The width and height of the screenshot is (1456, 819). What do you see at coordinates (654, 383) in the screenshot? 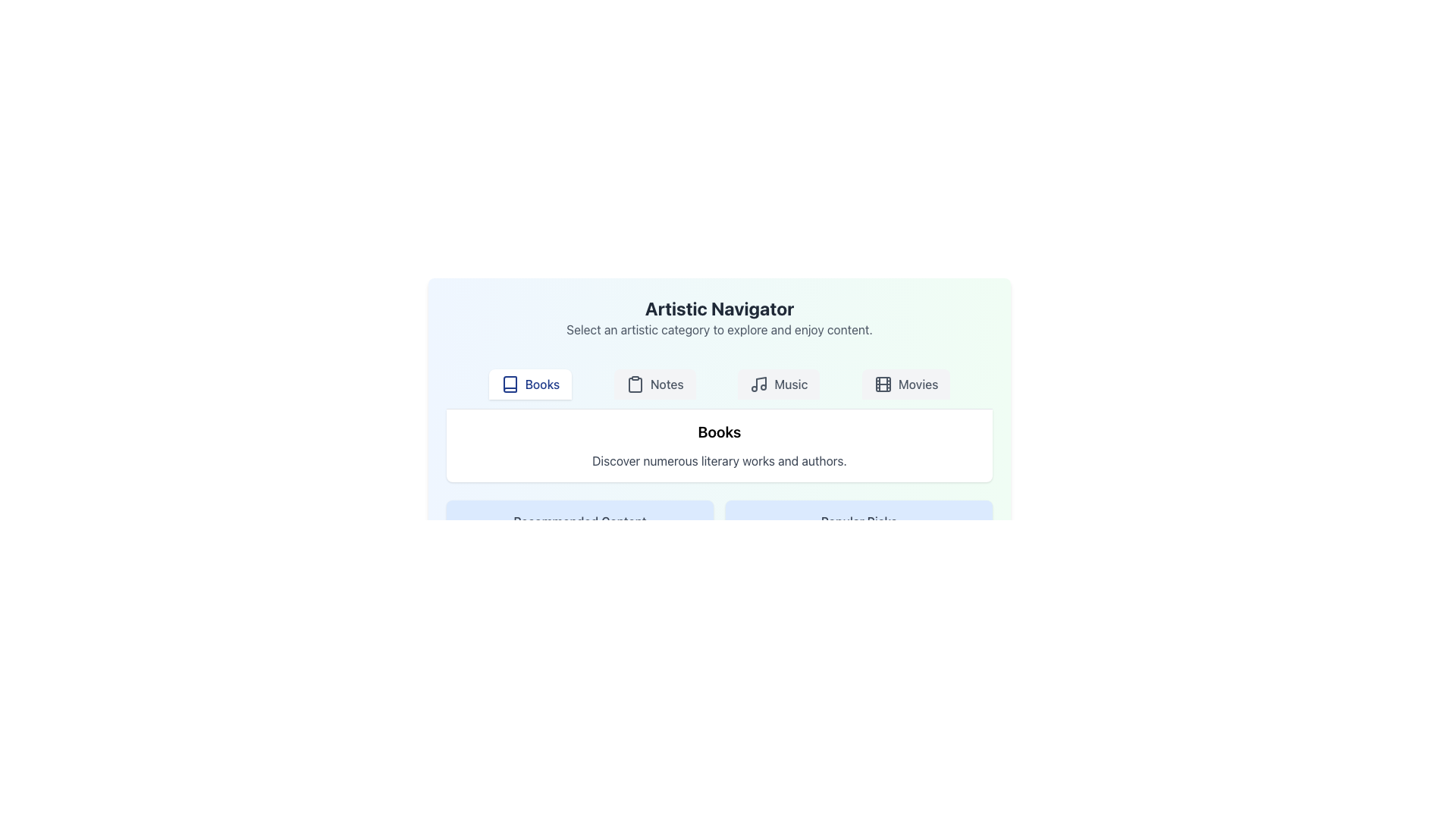
I see `the navigation button that directs the user to the 'Notes' section, which is the second item from the left in the navigation bar, positioned between 'Books' and 'Music'` at bounding box center [654, 383].